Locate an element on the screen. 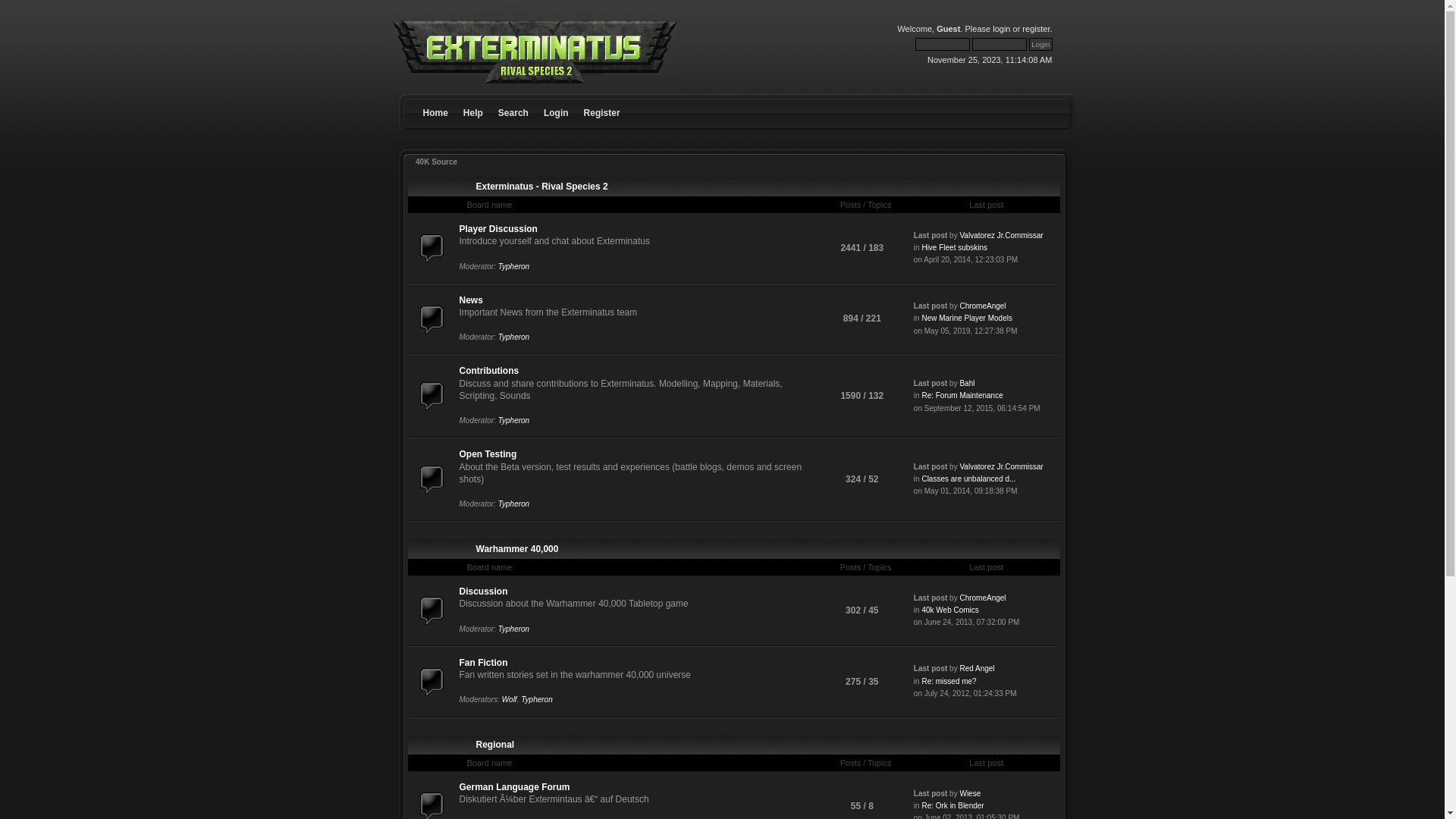  'News' is located at coordinates (470, 300).